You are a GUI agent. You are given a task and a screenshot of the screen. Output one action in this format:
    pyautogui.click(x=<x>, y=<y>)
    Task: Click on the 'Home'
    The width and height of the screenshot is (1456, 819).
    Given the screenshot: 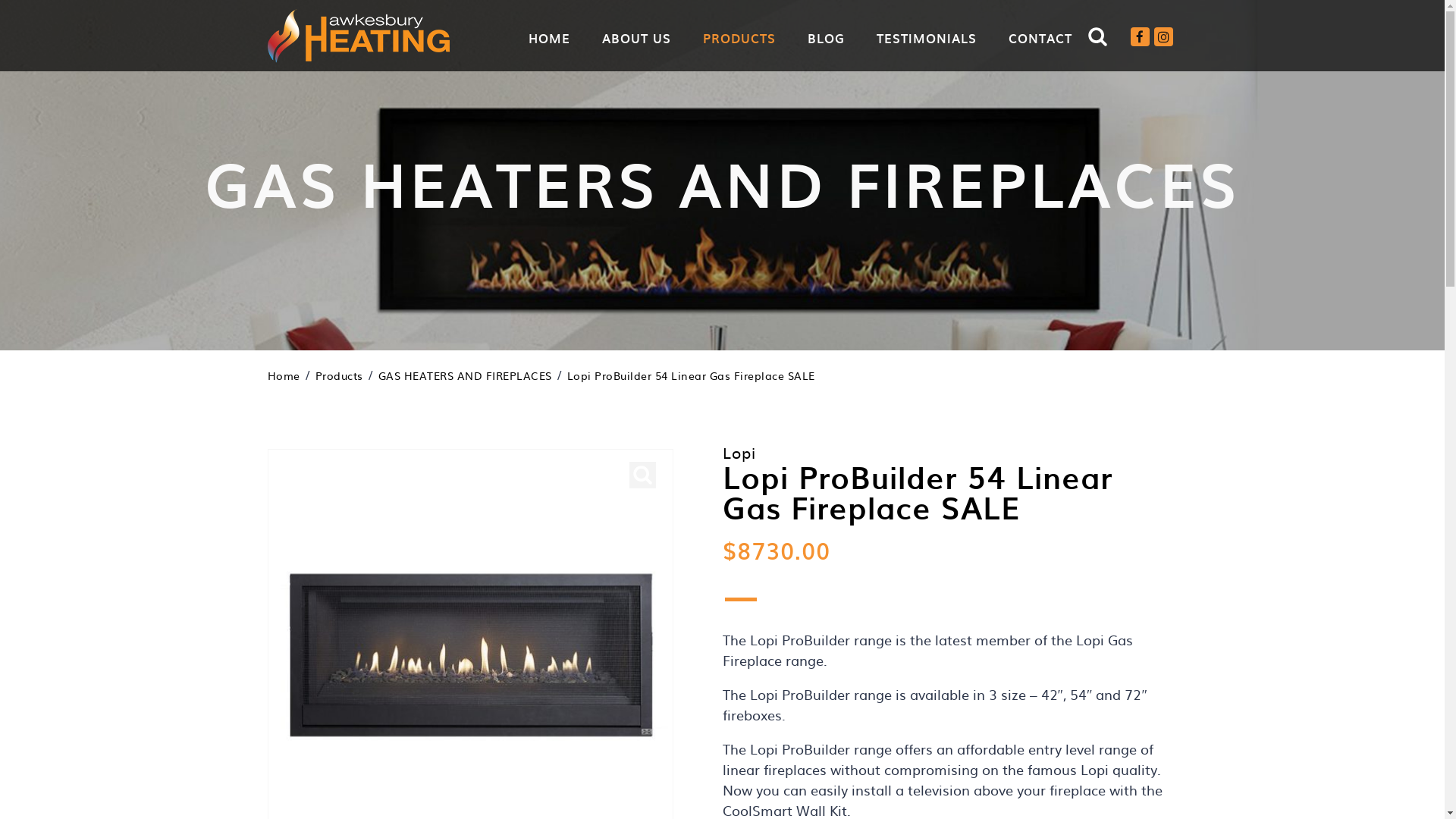 What is the action you would take?
    pyautogui.click(x=283, y=375)
    